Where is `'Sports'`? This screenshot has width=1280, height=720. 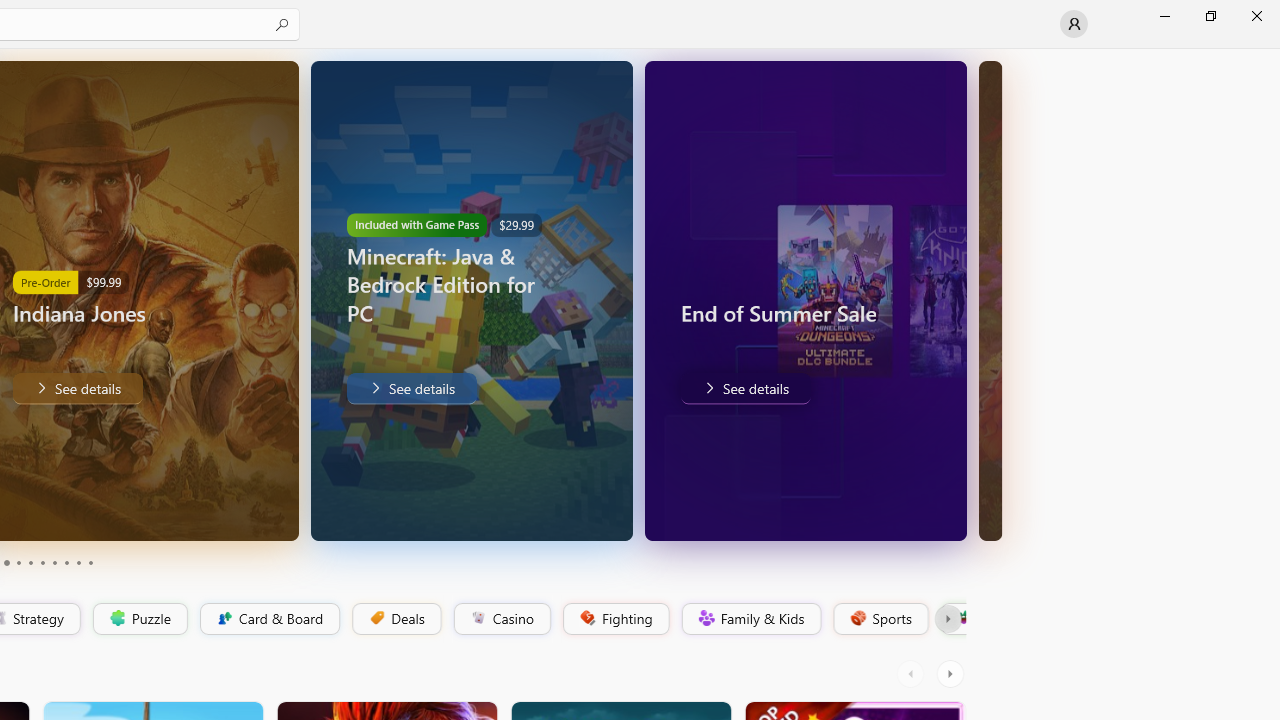
'Sports' is located at coordinates (879, 618).